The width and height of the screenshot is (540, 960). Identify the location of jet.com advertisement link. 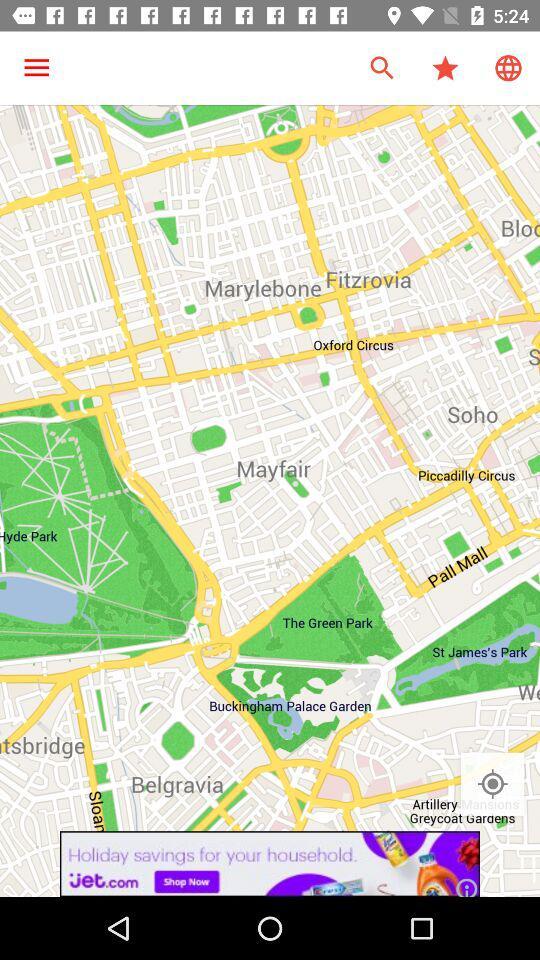
(270, 863).